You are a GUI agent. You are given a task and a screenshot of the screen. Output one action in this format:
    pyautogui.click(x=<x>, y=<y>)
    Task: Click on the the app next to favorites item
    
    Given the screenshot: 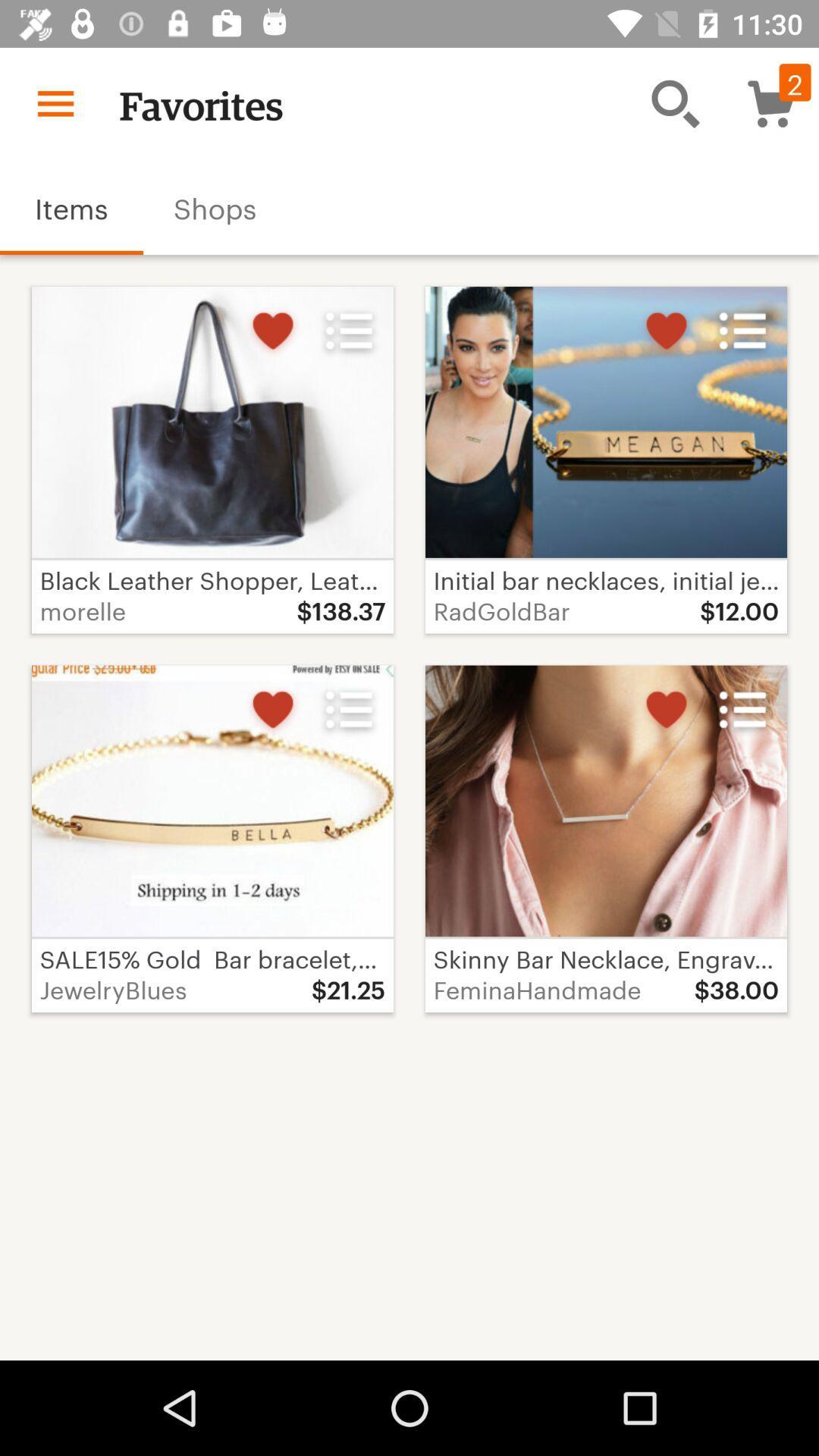 What is the action you would take?
    pyautogui.click(x=55, y=102)
    